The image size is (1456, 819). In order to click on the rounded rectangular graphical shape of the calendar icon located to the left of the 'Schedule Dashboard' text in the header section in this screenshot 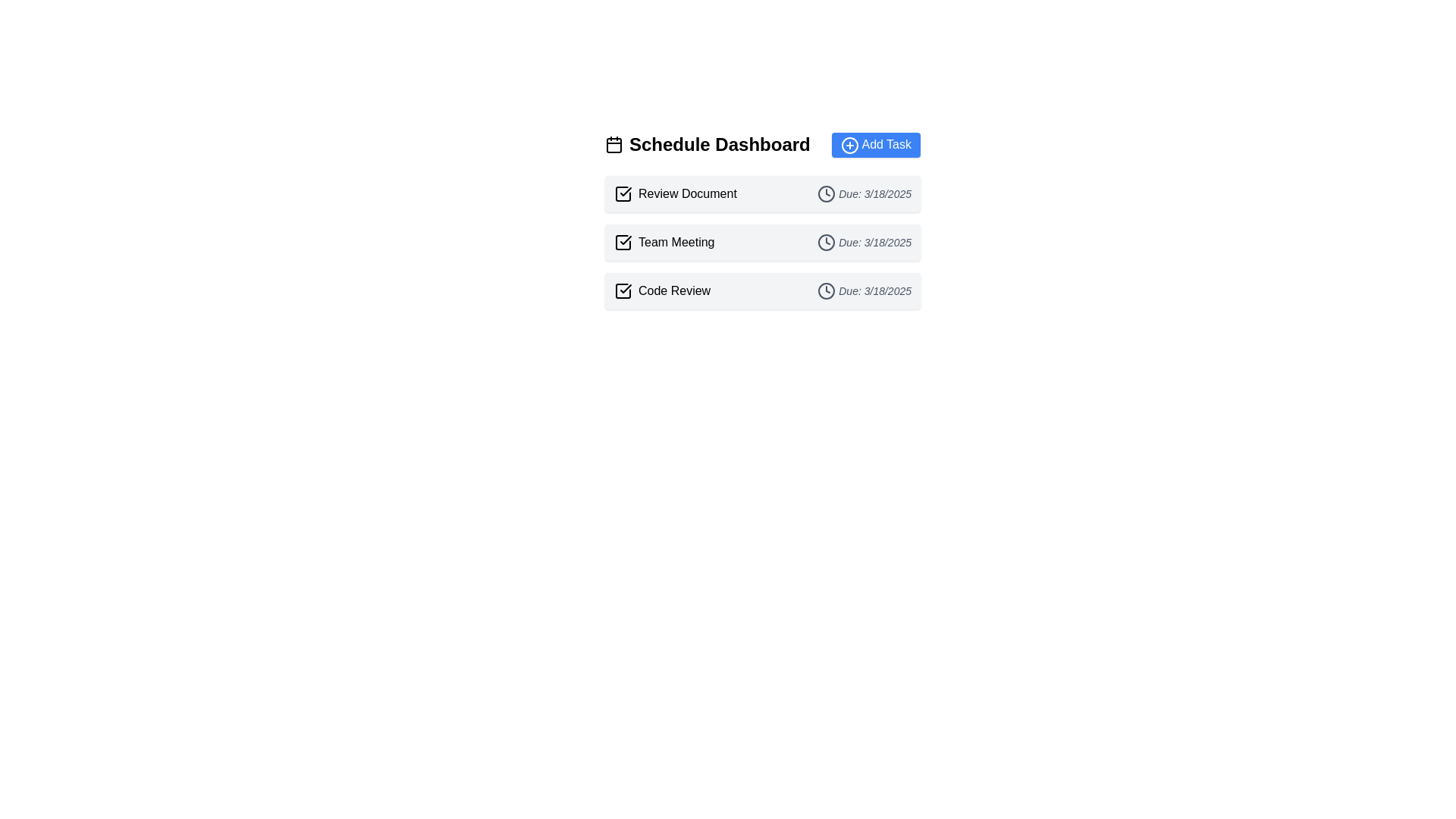, I will do `click(614, 146)`.